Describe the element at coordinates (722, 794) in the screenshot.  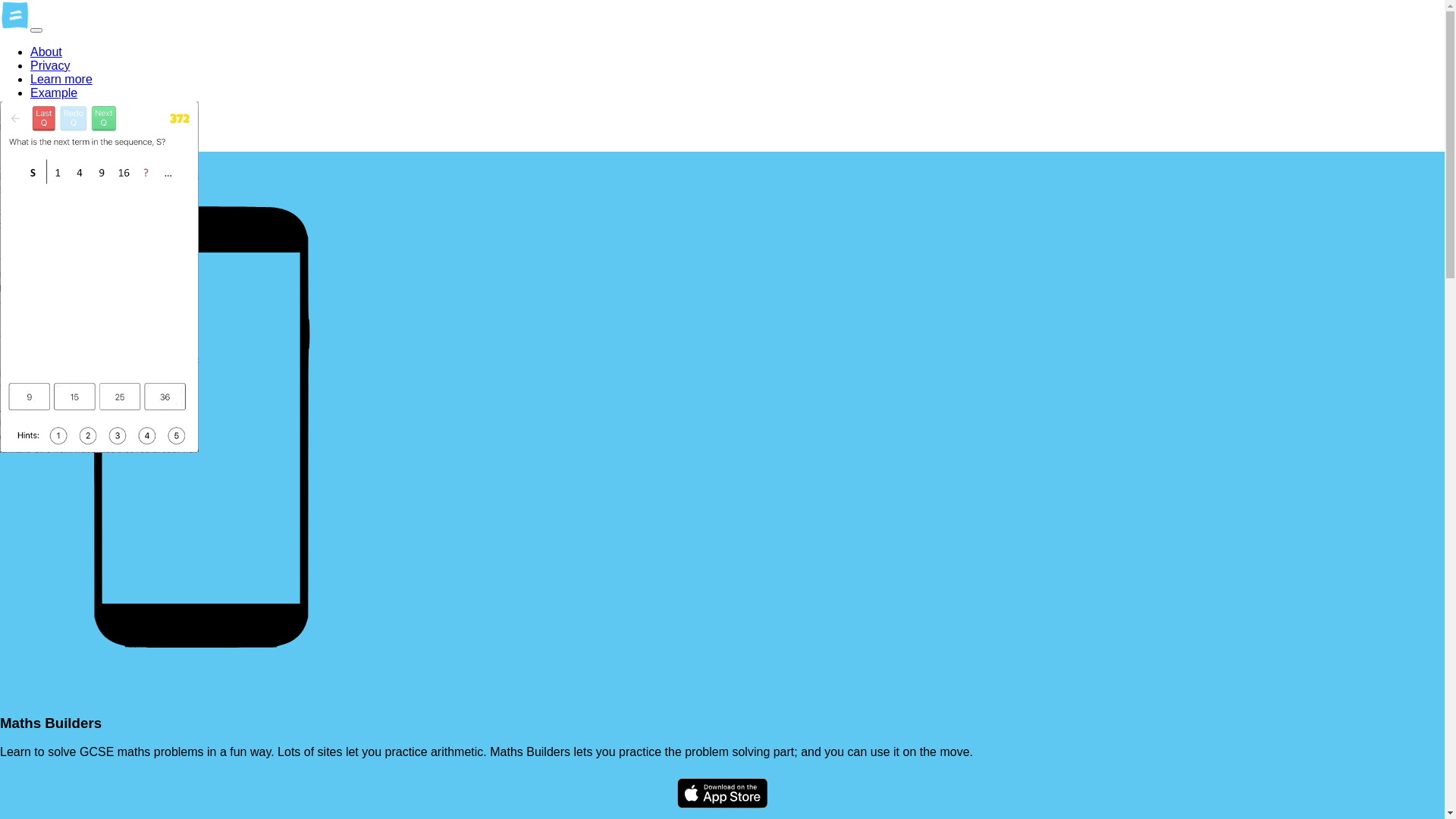
I see `'Download_on_the_App_Store_Badge_US-UK_RGB_blk_4SVG_092917'` at that location.